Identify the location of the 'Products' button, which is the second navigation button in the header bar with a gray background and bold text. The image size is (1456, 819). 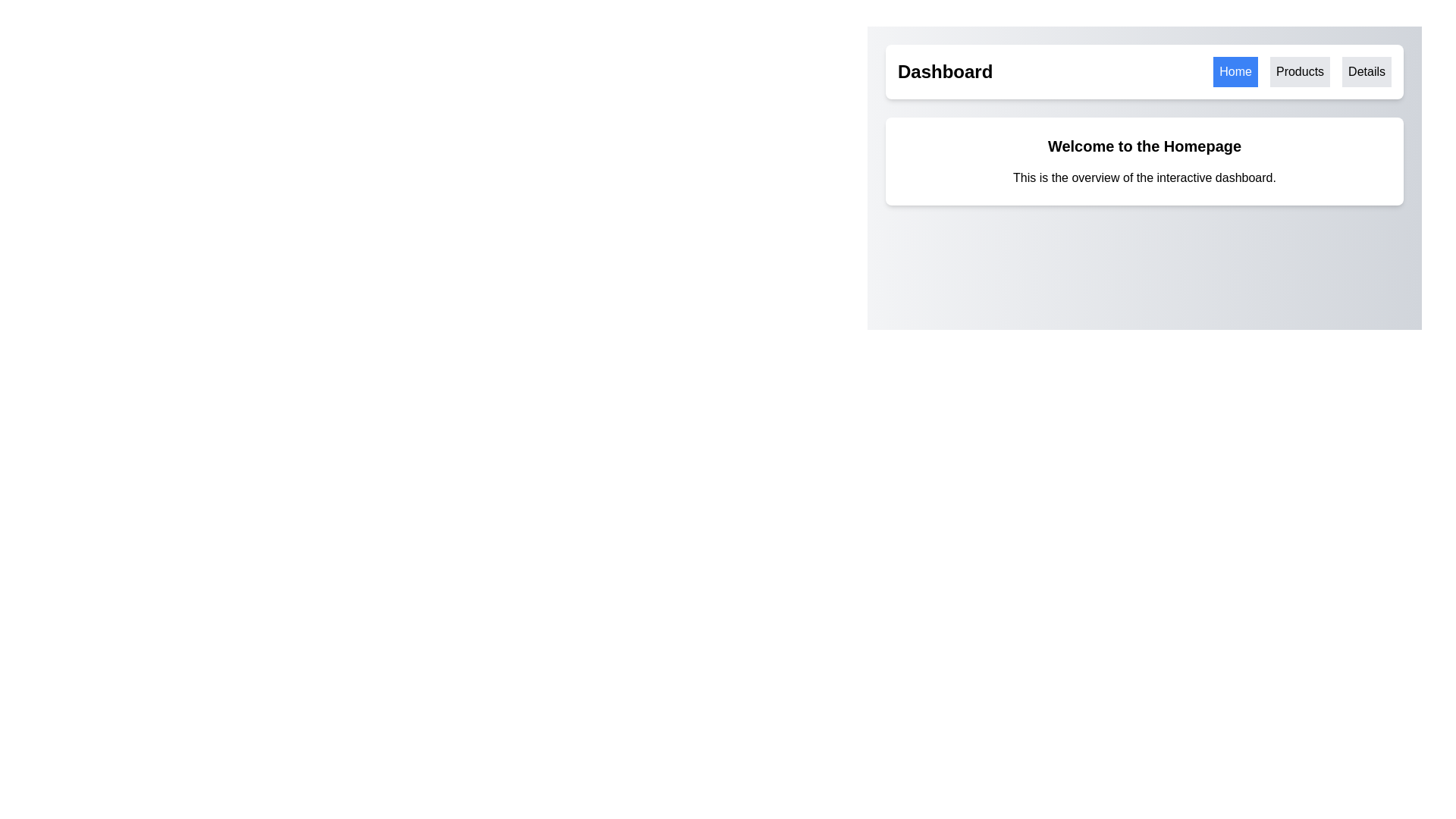
(1301, 72).